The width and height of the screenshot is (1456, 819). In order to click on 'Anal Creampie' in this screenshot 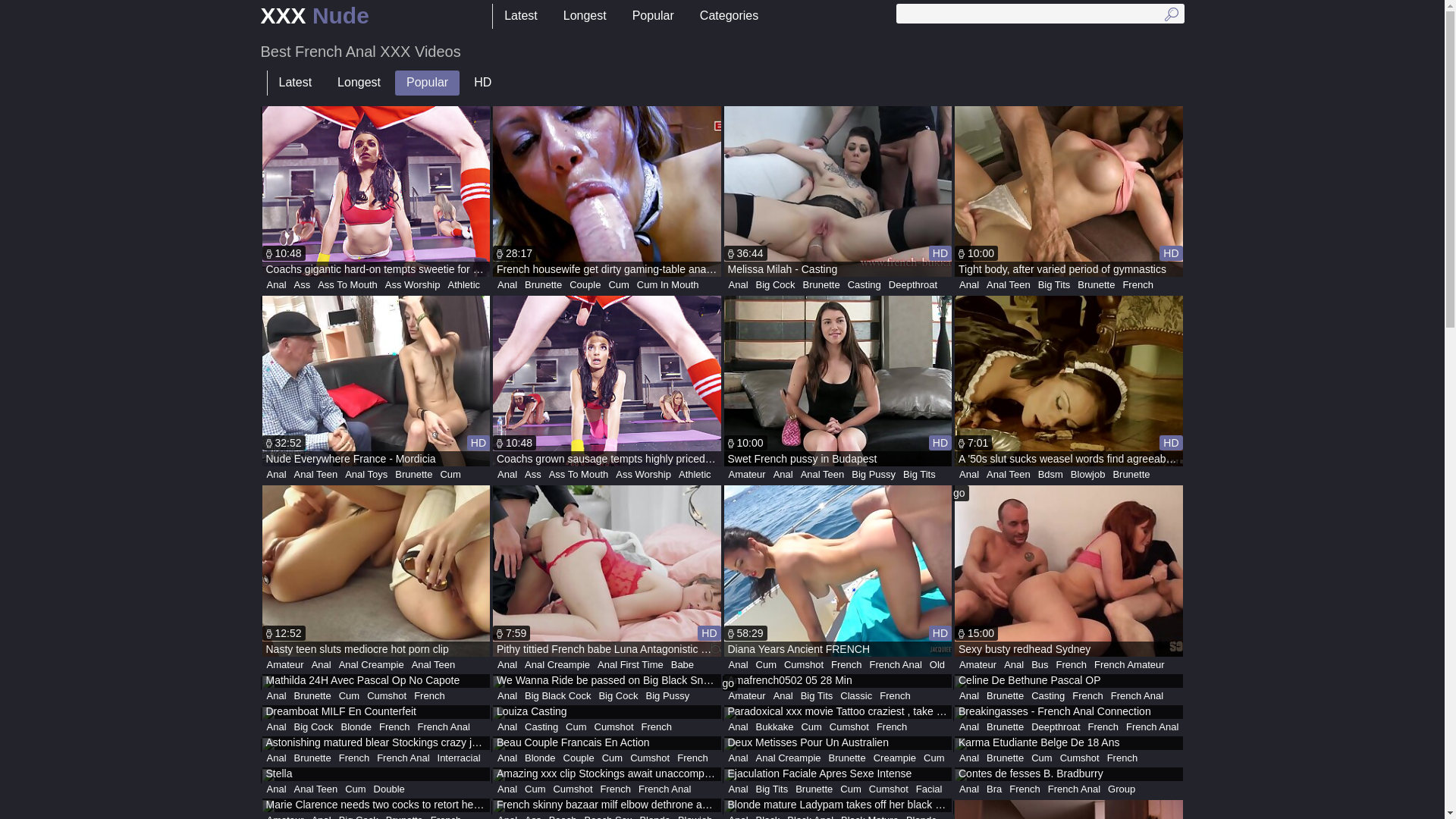, I will do `click(371, 664)`.